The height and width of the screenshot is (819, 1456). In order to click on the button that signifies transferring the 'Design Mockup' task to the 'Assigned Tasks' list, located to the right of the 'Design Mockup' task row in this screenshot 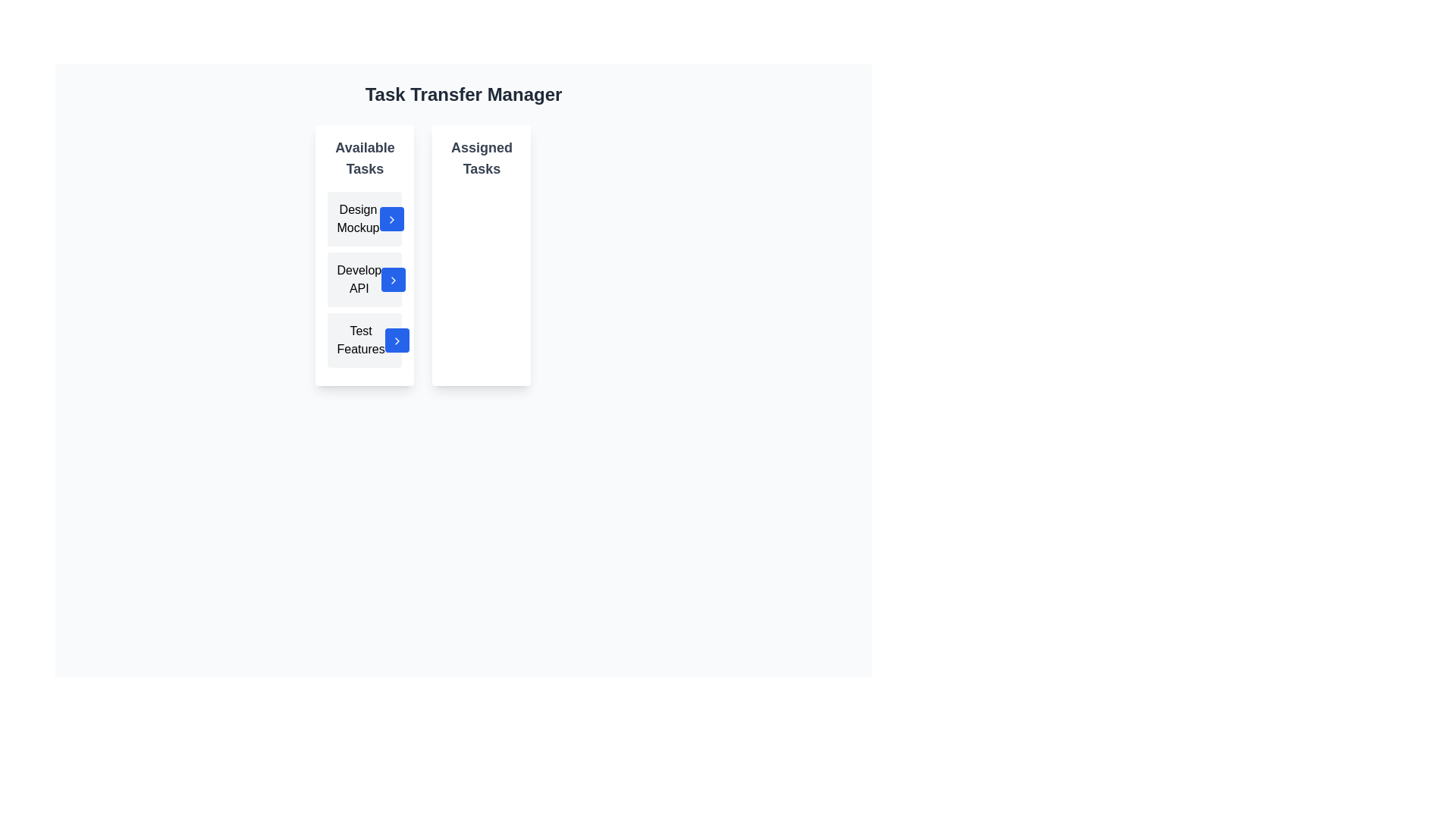, I will do `click(391, 219)`.